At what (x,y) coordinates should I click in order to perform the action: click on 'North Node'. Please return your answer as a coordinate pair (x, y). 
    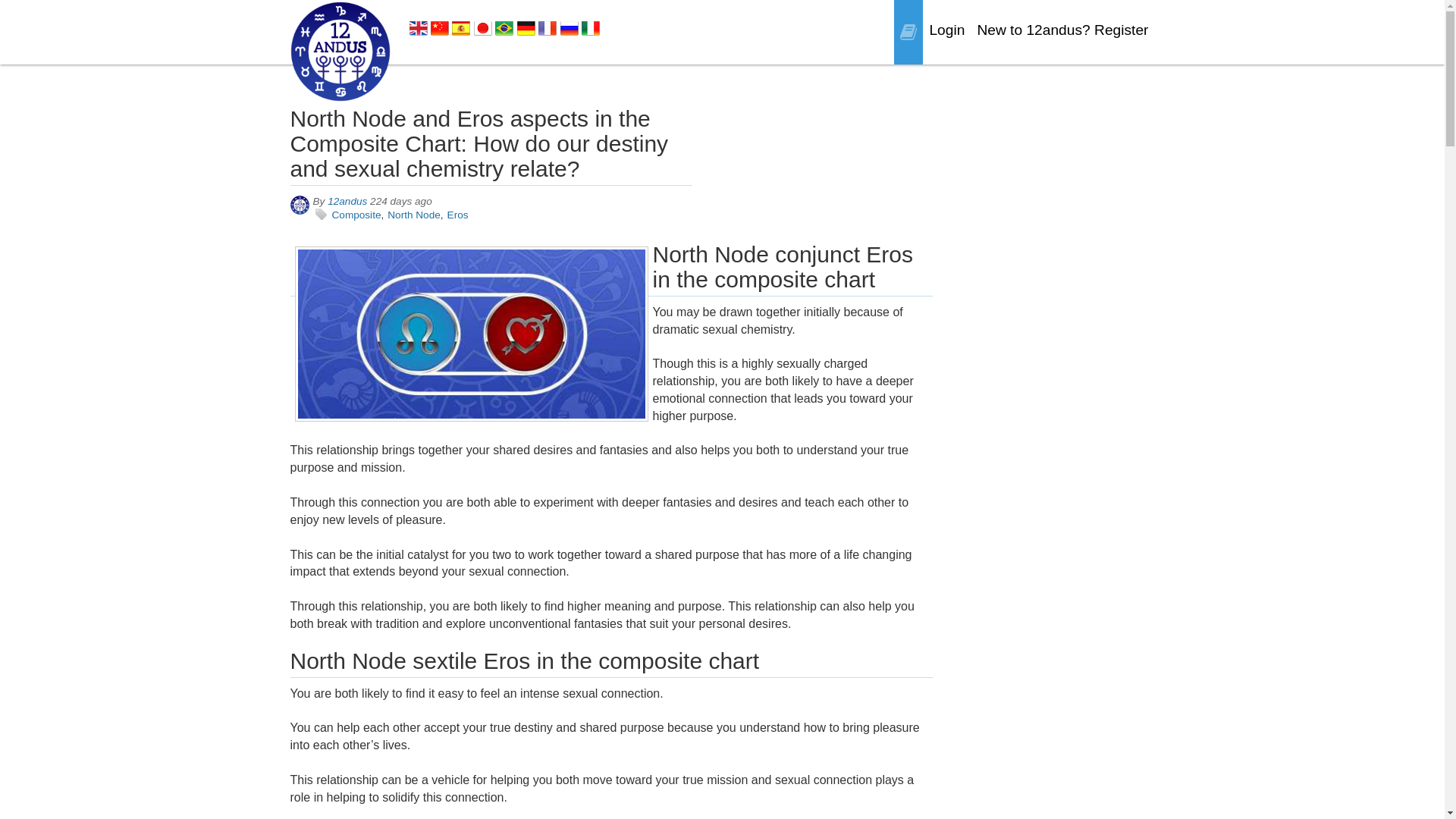
    Looking at the image, I should click on (414, 215).